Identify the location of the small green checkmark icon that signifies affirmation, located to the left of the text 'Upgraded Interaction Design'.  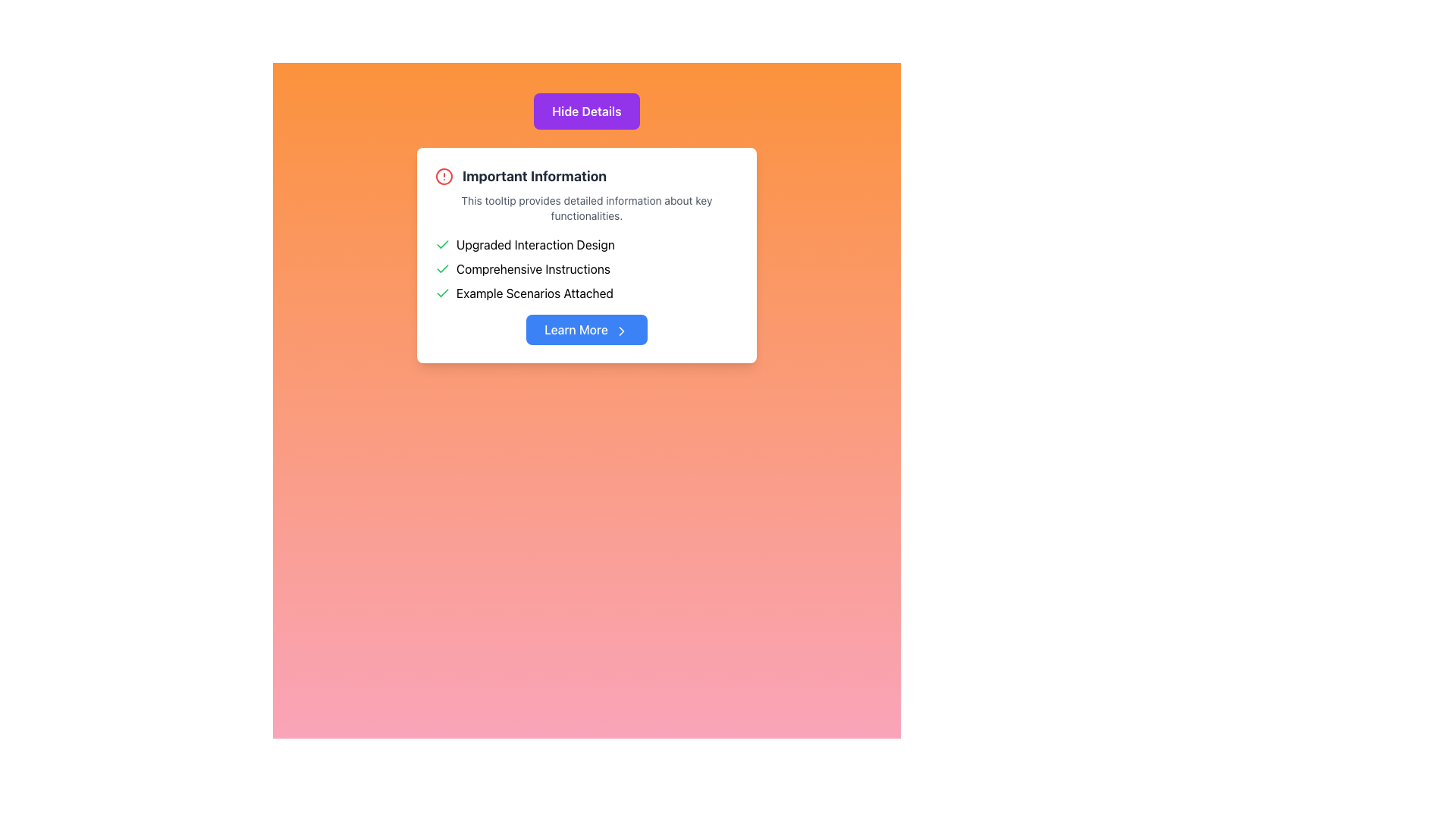
(442, 244).